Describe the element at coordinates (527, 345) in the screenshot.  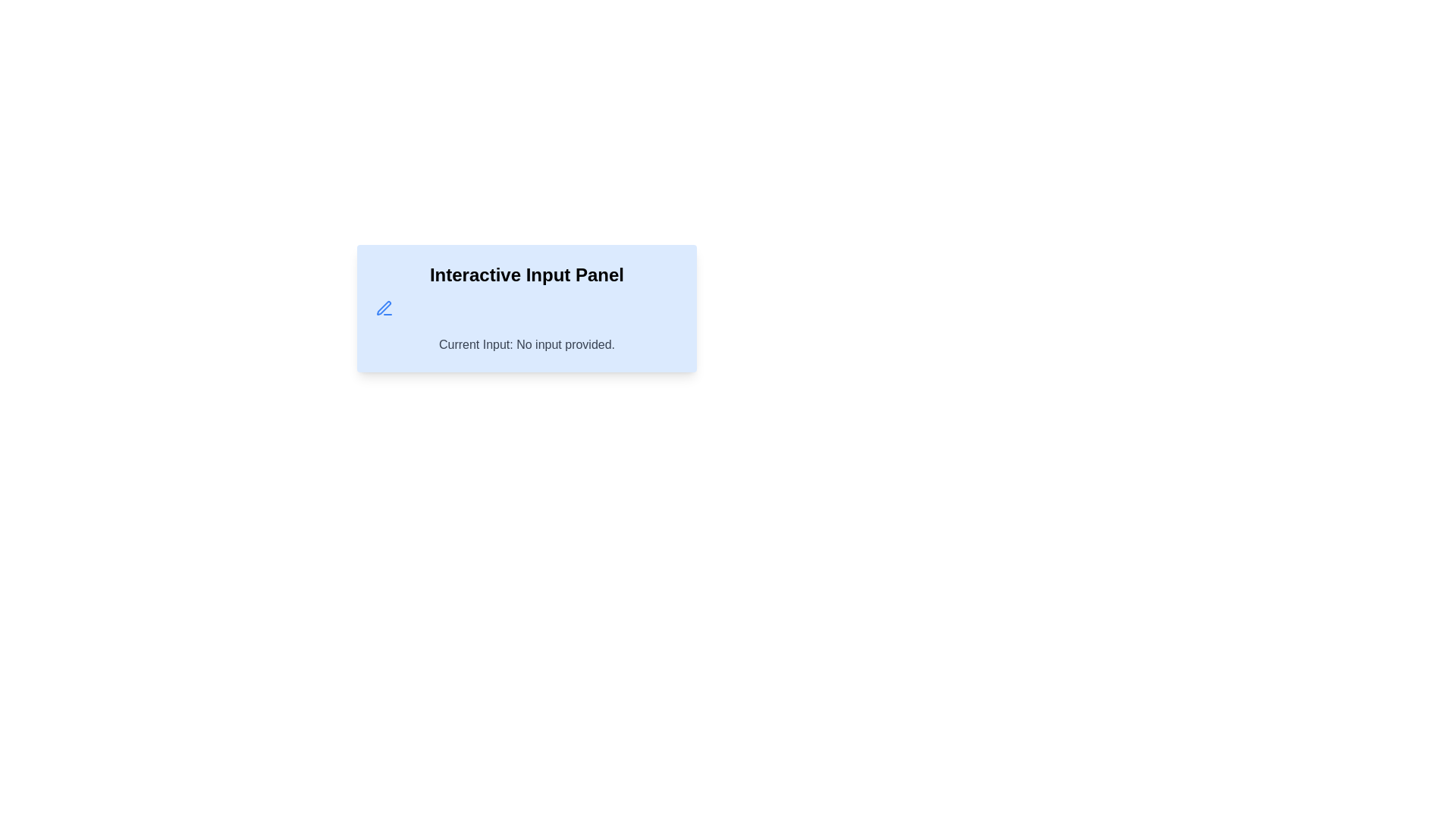
I see `the Text Label that displays 'No input provided.' located within the 'Interactive Input Panel', situated below the pen icon` at that location.